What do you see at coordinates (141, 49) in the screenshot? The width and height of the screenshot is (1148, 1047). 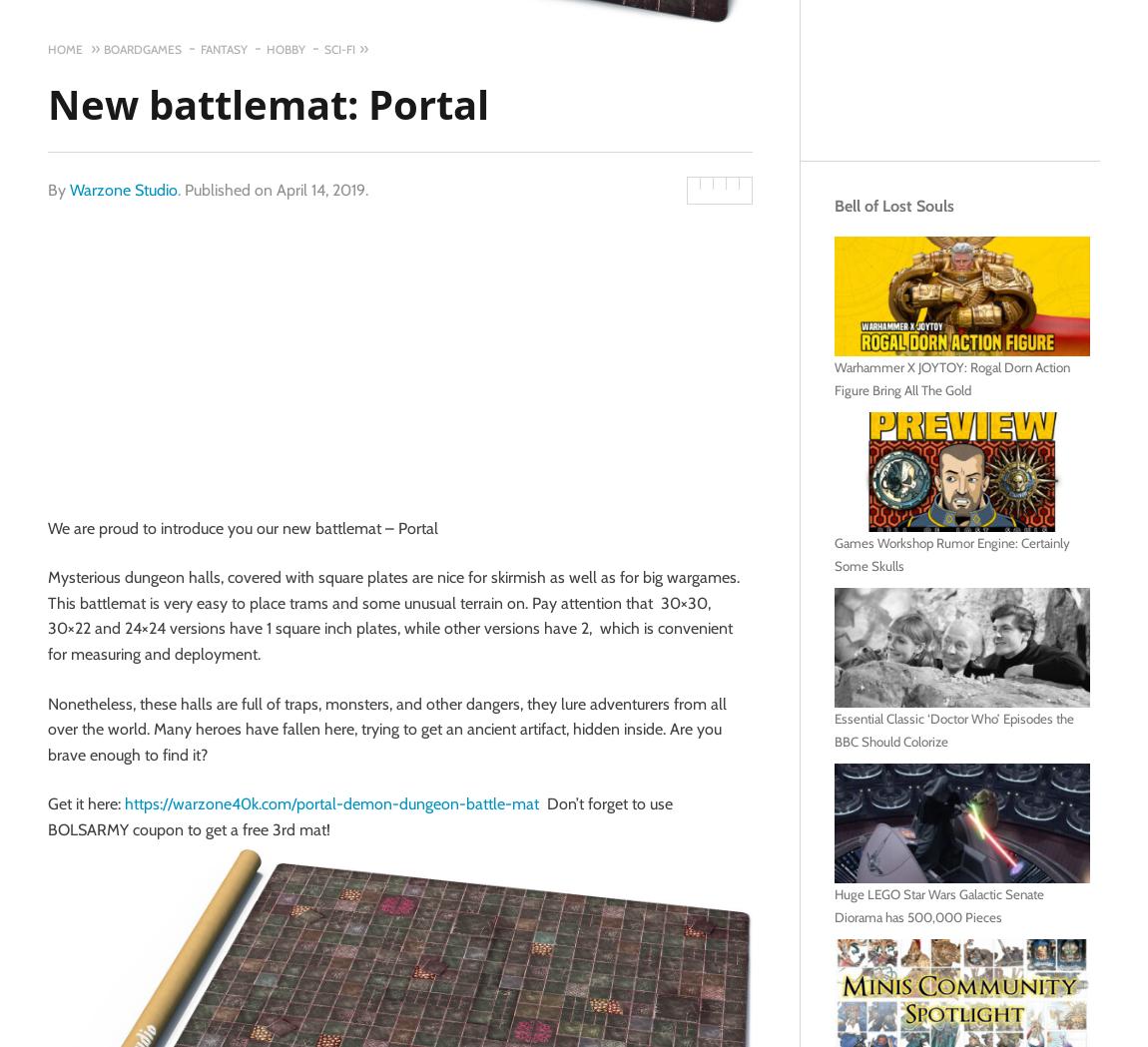 I see `'Boardgames'` at bounding box center [141, 49].